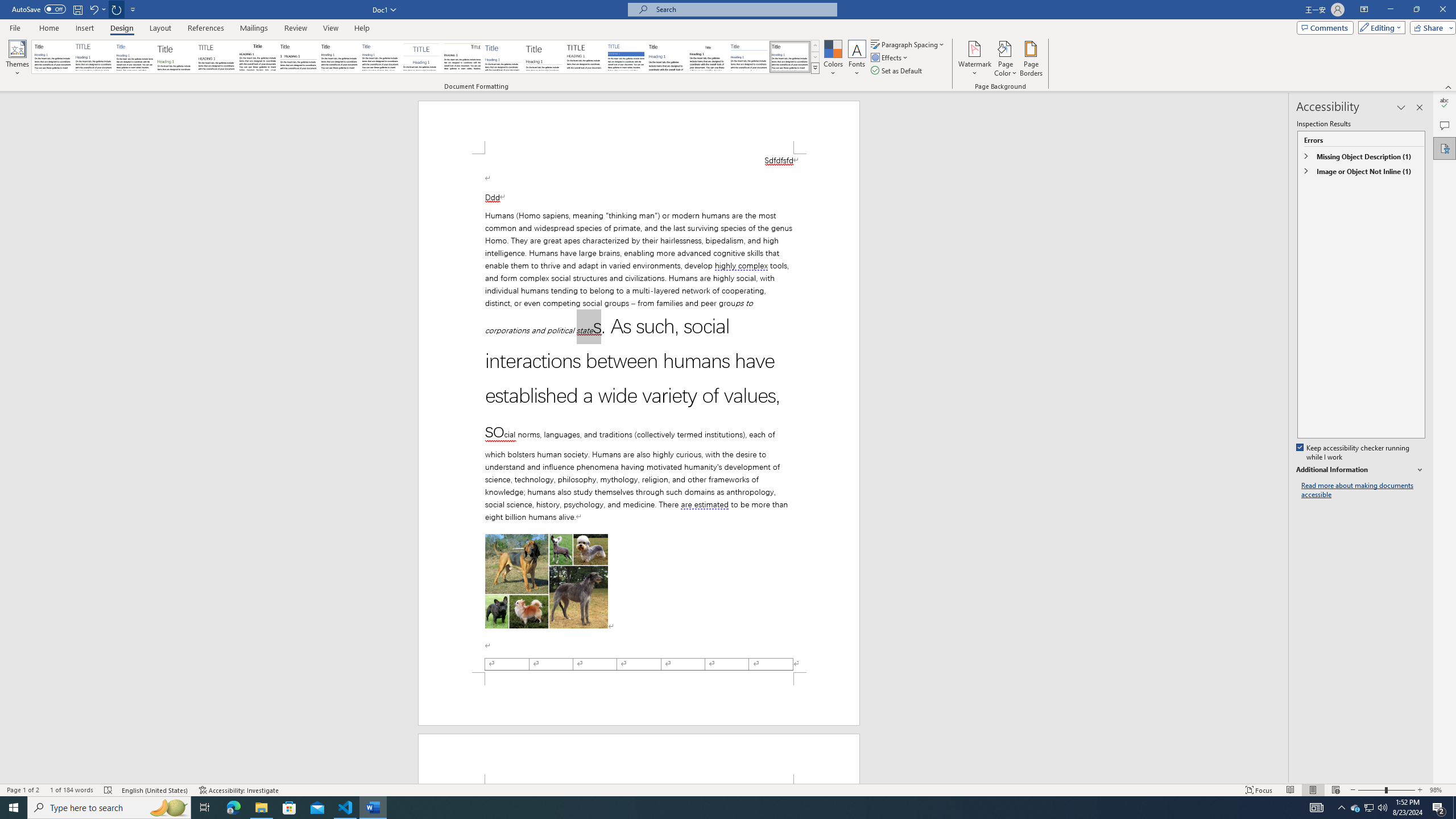 This screenshot has width=1456, height=819. I want to click on 'Black & White (Word 2013)', so click(338, 56).